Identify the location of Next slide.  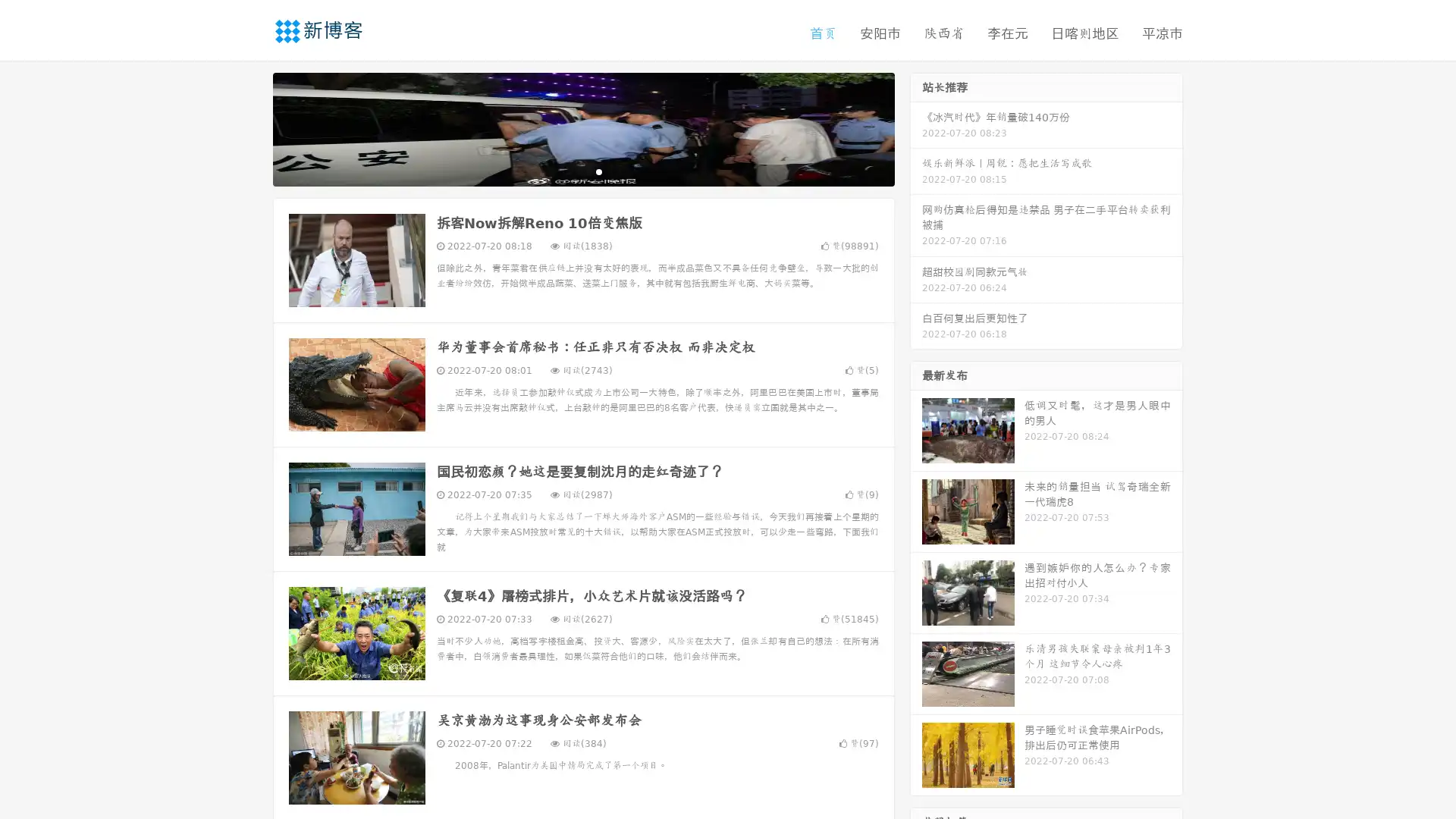
(916, 127).